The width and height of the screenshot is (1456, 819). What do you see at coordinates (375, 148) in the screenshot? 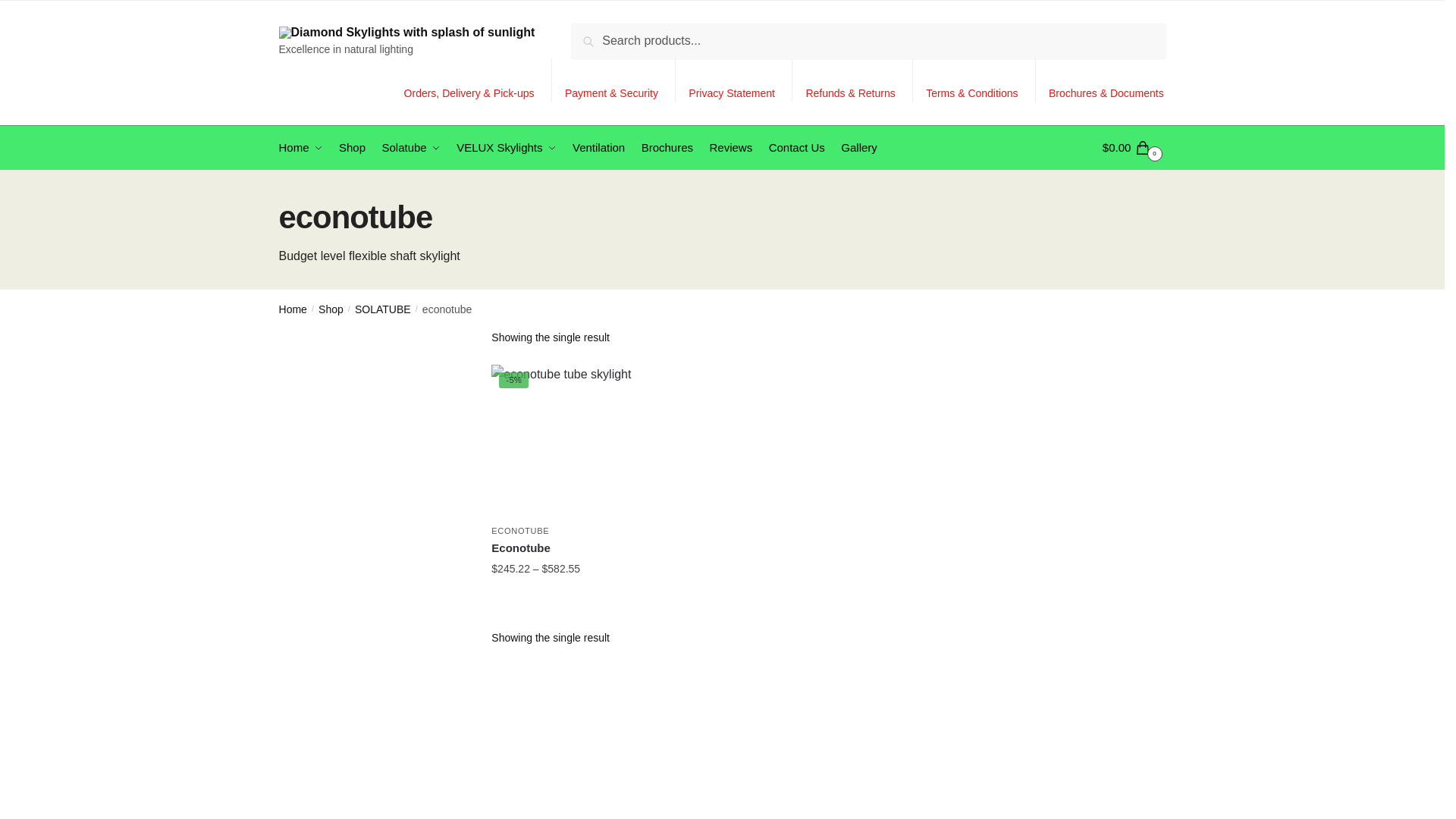
I see `'Solatube'` at bounding box center [375, 148].